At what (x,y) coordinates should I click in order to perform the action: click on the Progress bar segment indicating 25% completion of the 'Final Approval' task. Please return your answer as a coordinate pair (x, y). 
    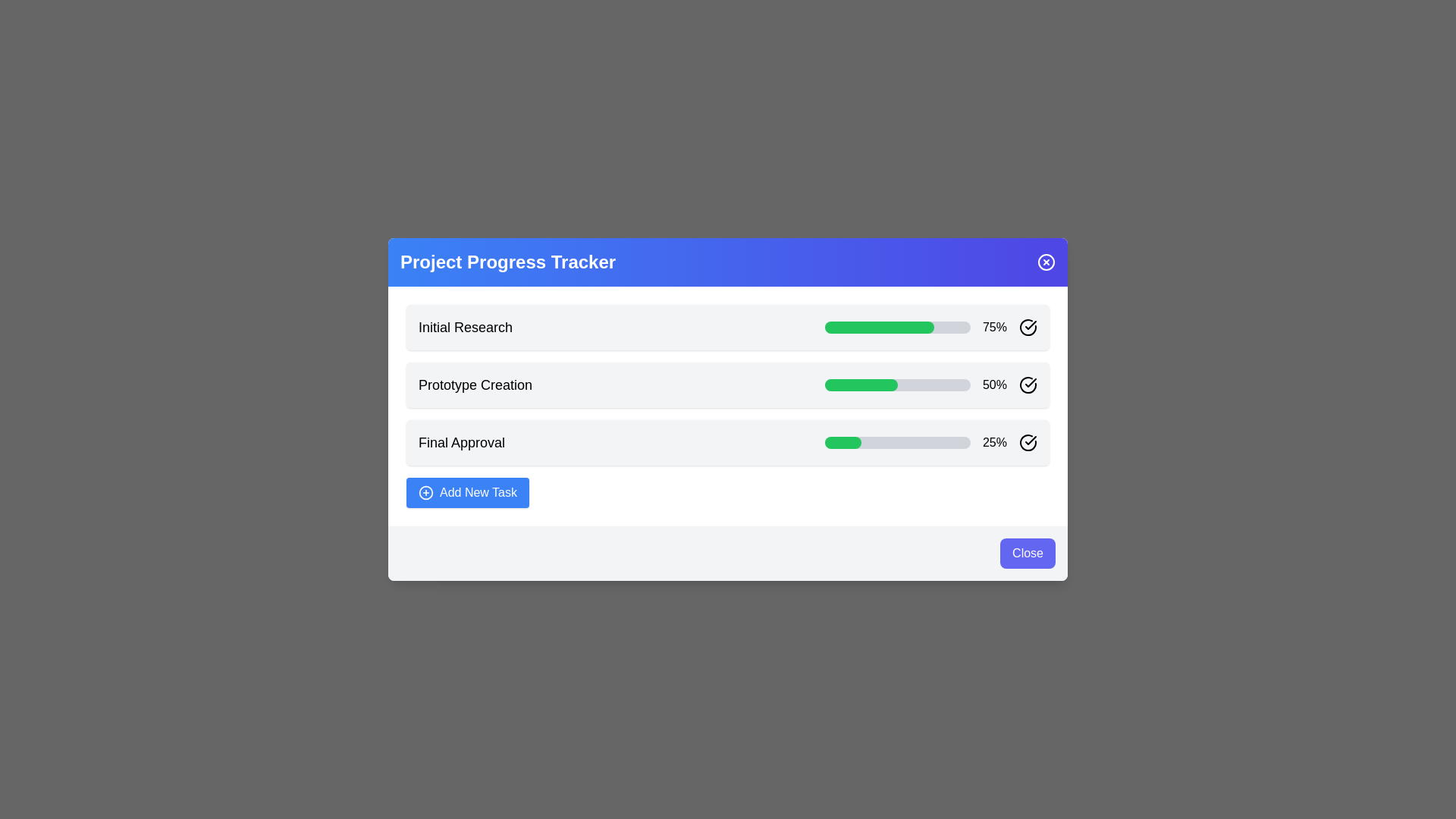
    Looking at the image, I should click on (843, 442).